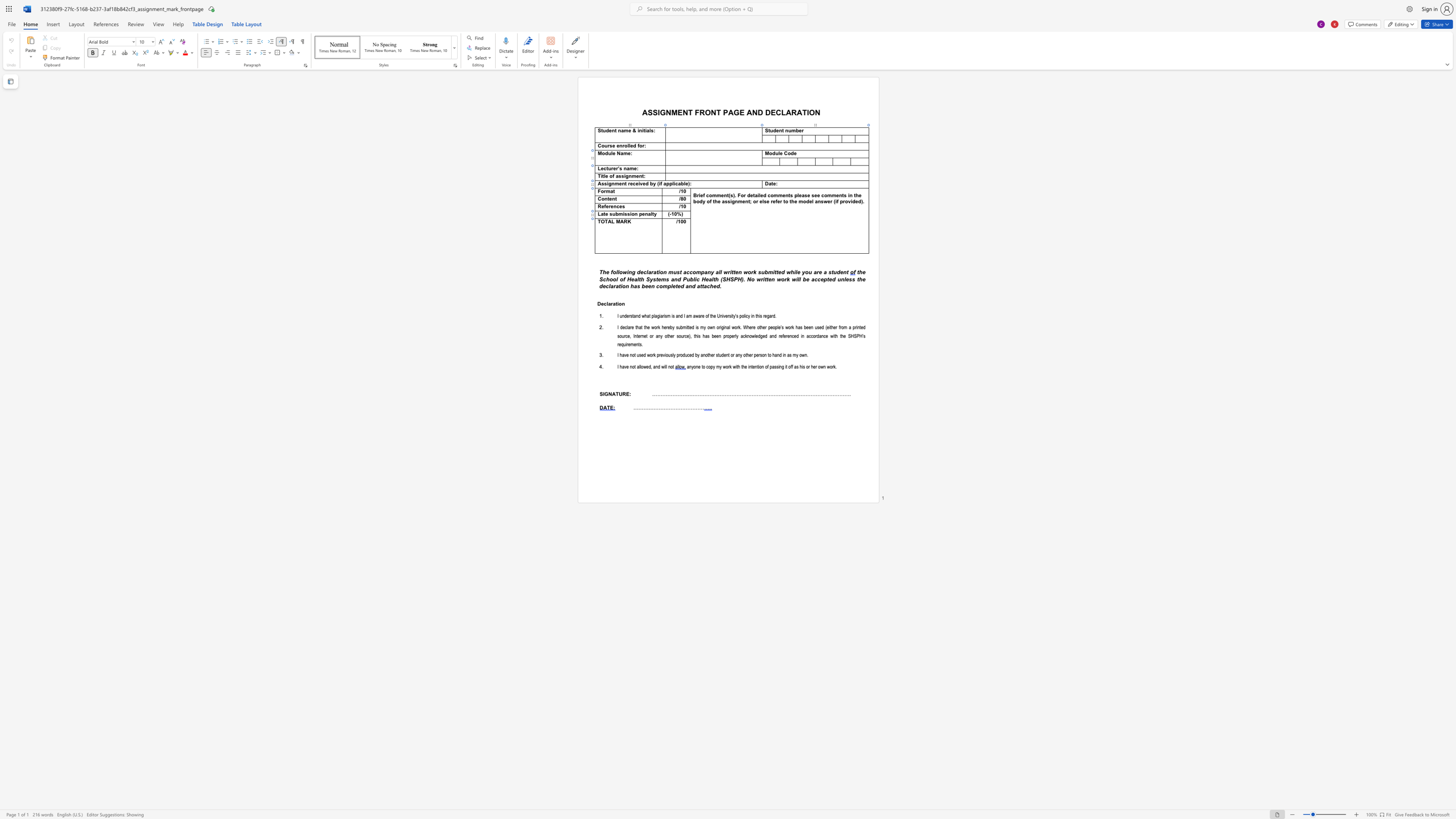  I want to click on the space between the continuous character "f" and "o" in the text, so click(613, 272).